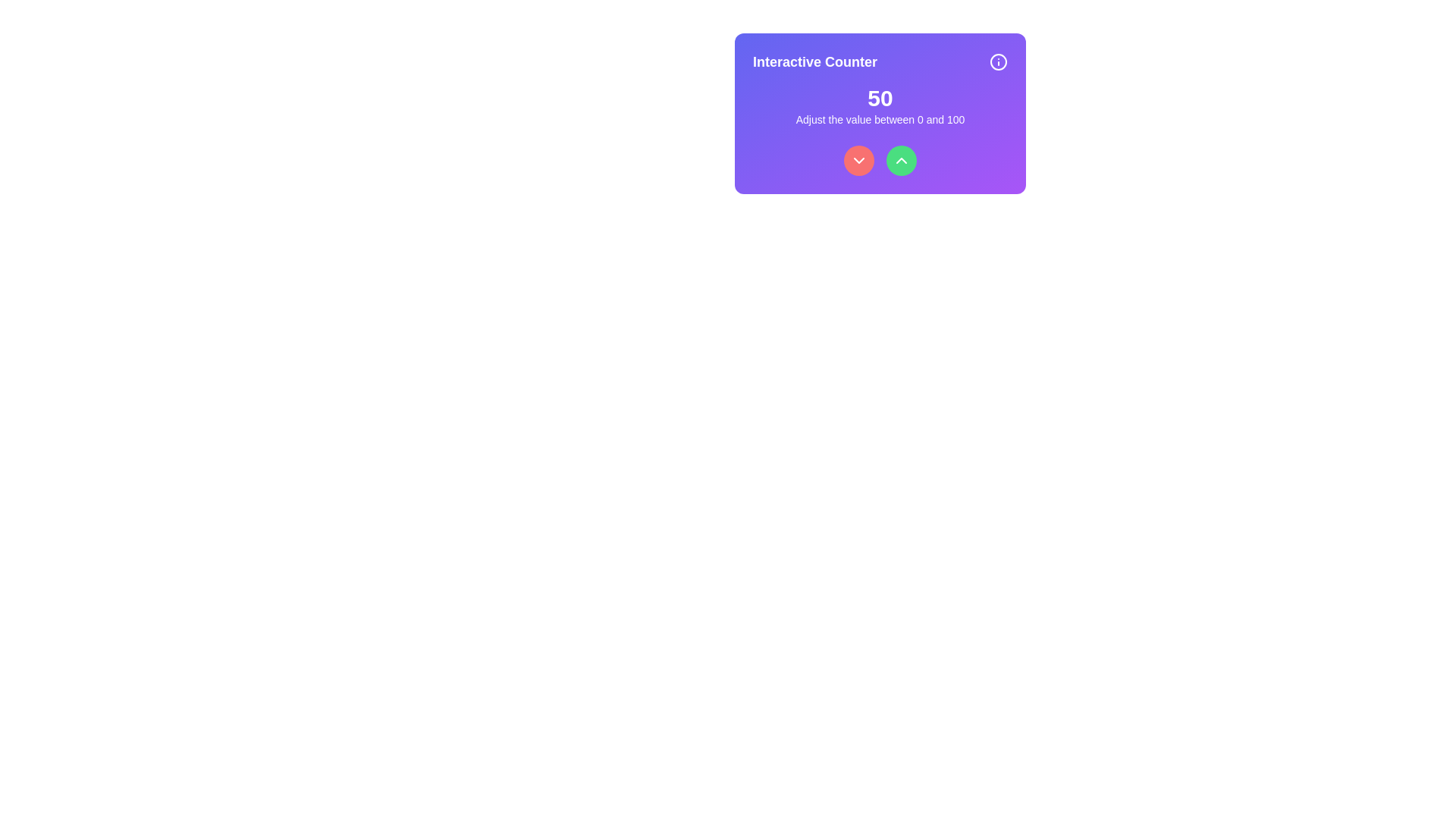 The height and width of the screenshot is (819, 1456). I want to click on the second circular increment button, which is located to the right of a red button with a downward chevron arrow, to observe the hover effect, so click(902, 161).